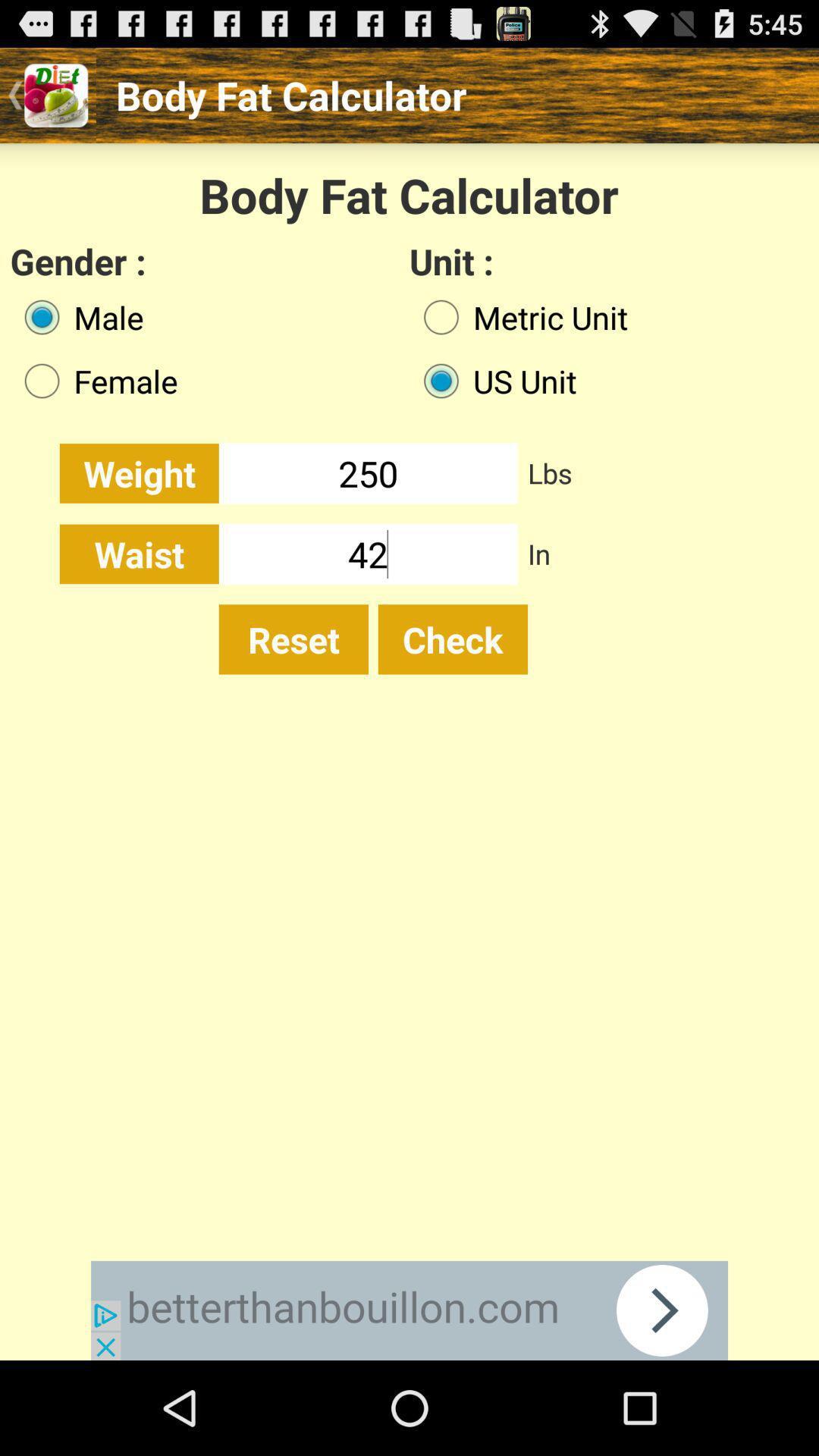 This screenshot has height=1456, width=819. Describe the element at coordinates (409, 1310) in the screenshot. I see `see advertisement` at that location.